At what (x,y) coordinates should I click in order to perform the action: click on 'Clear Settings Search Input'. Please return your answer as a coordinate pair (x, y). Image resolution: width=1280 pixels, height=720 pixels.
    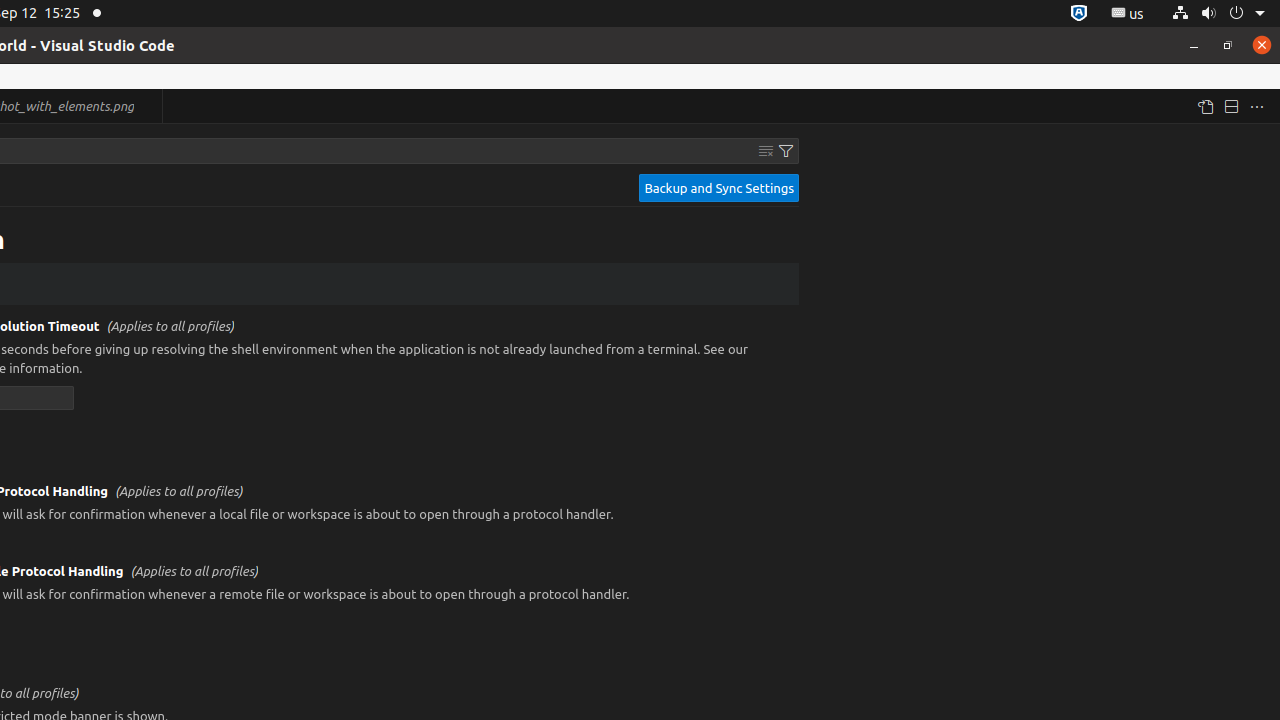
    Looking at the image, I should click on (764, 149).